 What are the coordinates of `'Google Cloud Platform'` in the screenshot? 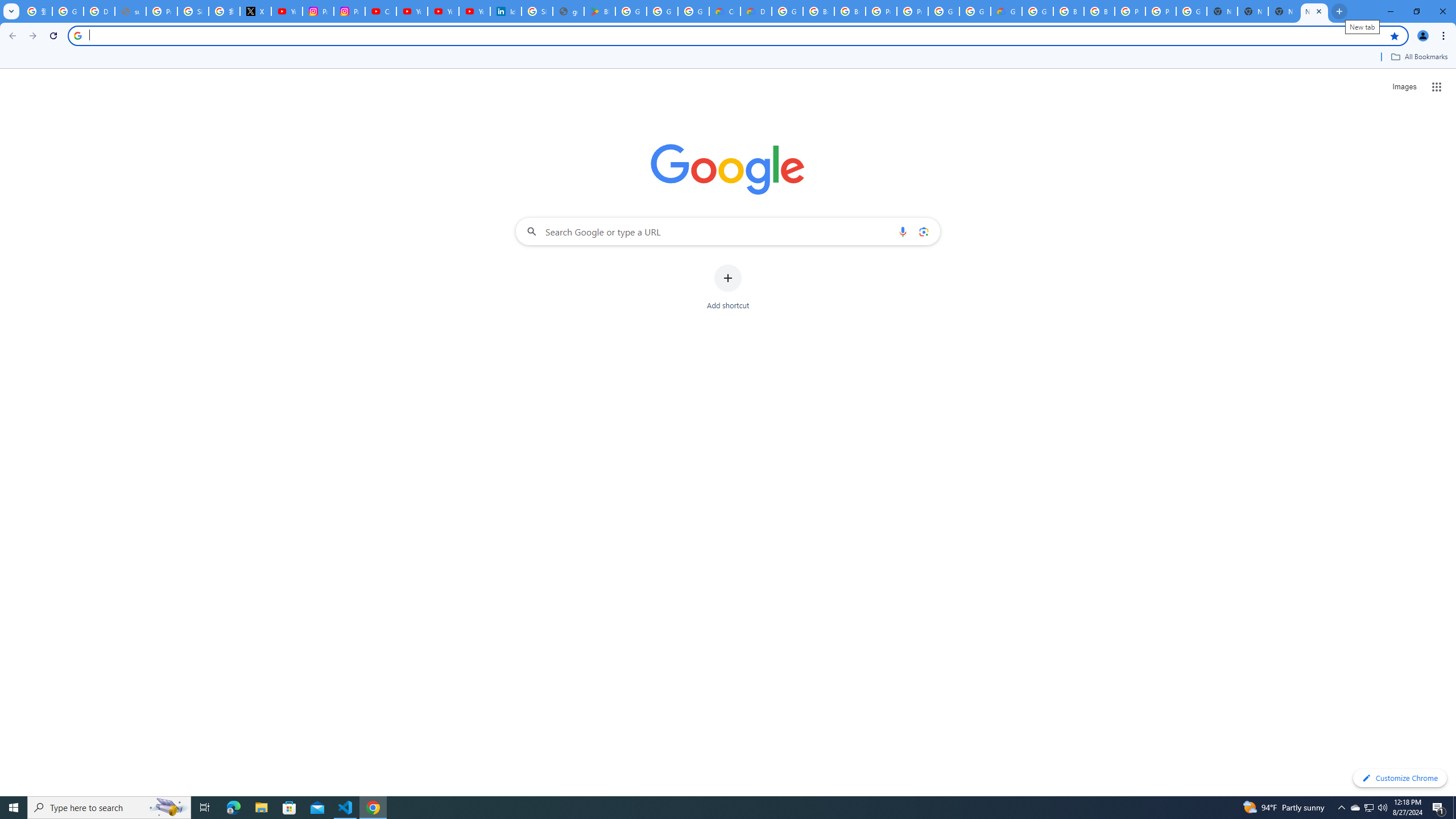 It's located at (974, 11).